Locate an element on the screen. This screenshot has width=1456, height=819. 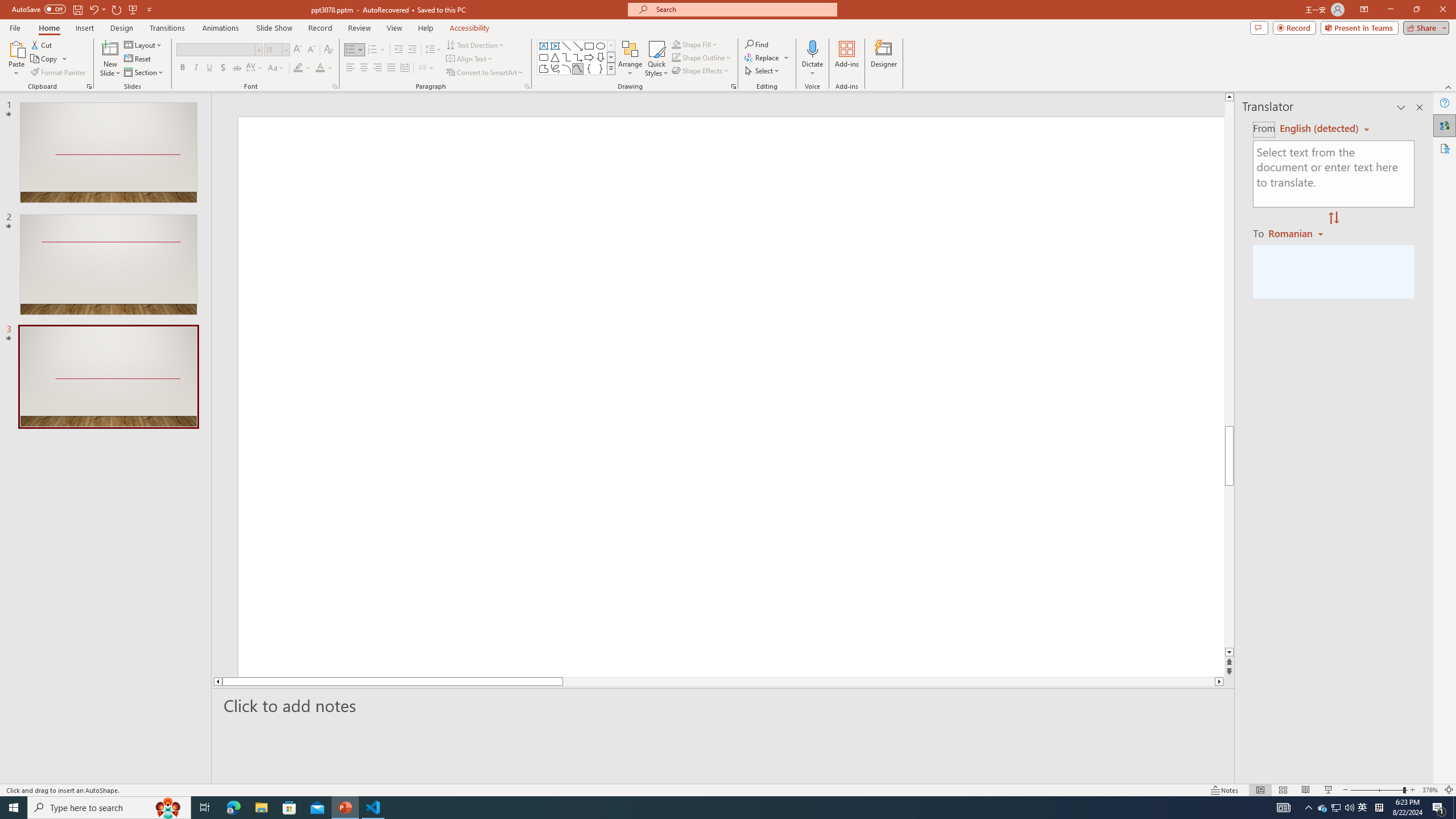
'Underline' is located at coordinates (209, 67).